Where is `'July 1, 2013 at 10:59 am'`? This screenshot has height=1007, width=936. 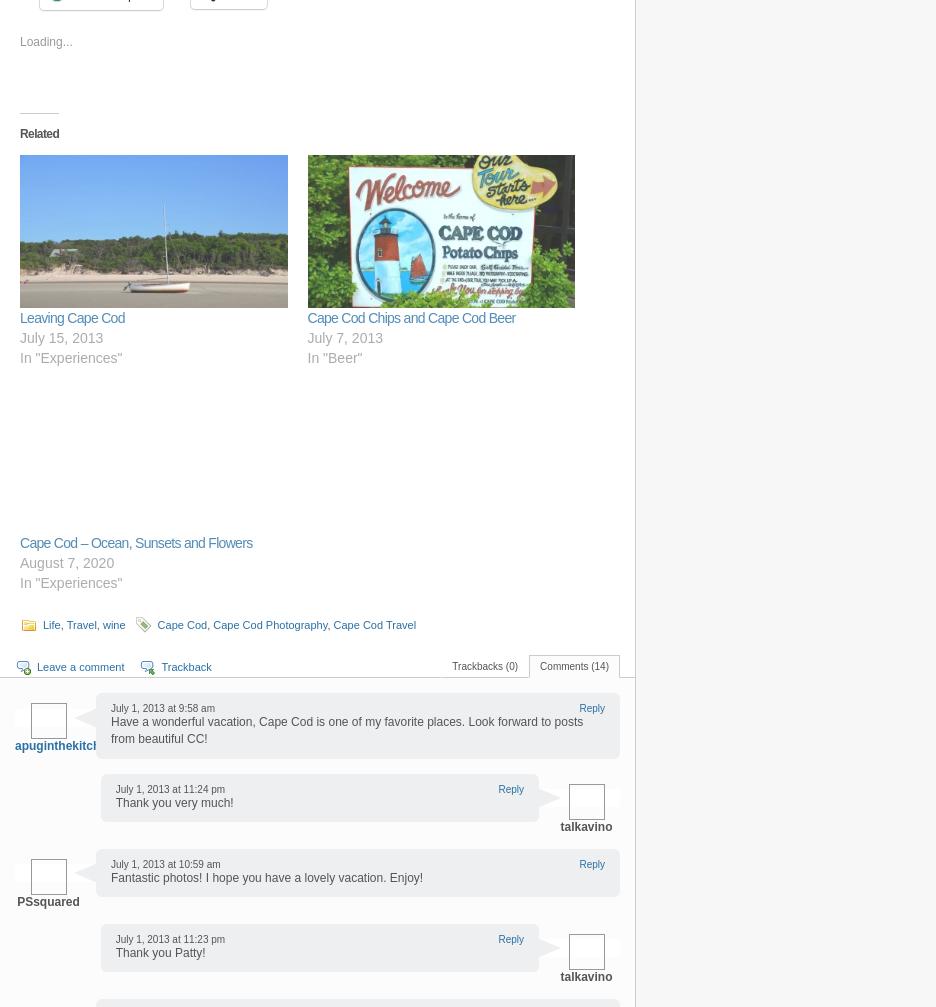
'July 1, 2013 at 10:59 am' is located at coordinates (164, 862).